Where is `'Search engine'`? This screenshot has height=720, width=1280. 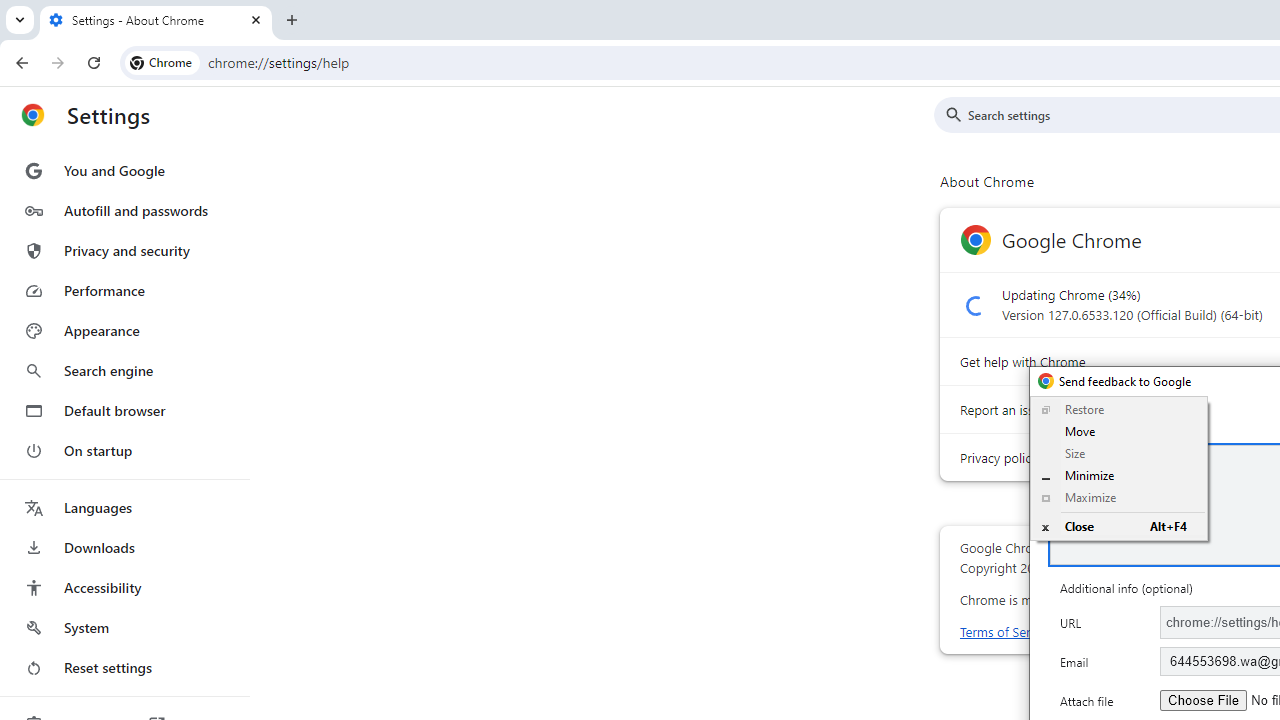
'Search engine' is located at coordinates (123, 371).